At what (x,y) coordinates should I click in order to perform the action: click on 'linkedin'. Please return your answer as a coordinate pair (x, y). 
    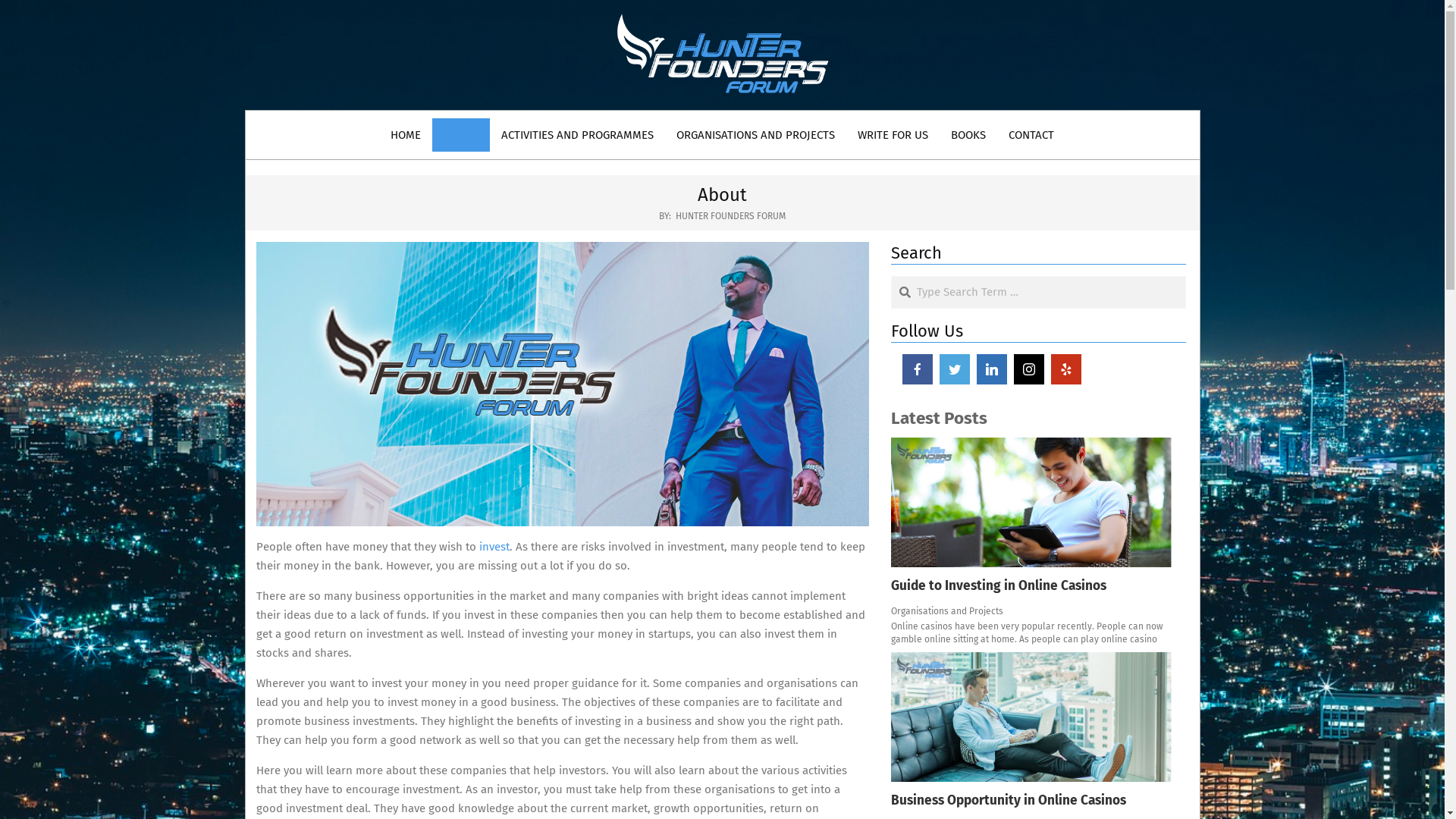
    Looking at the image, I should click on (991, 369).